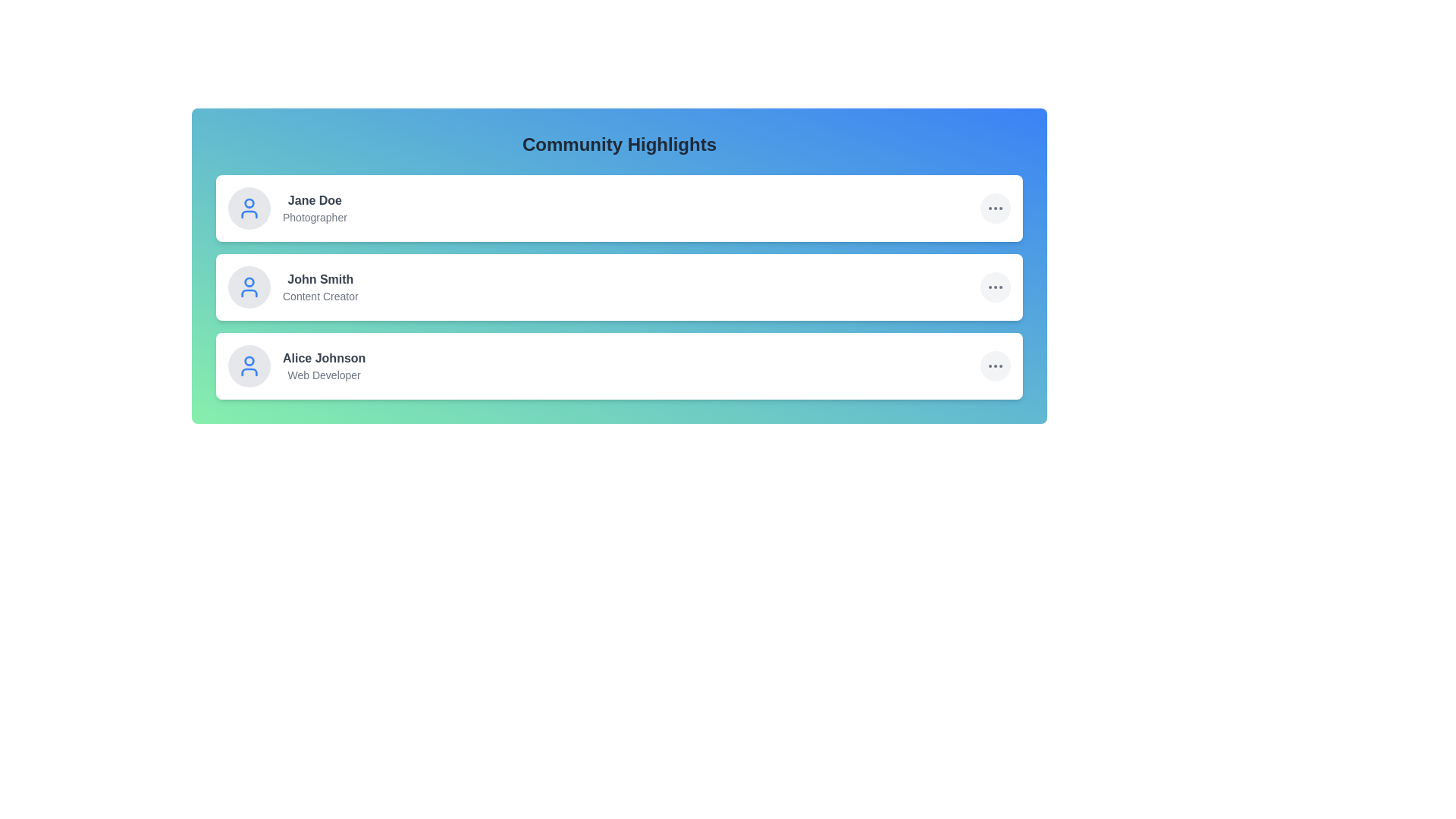  What do you see at coordinates (323, 375) in the screenshot?
I see `text content of the Text Label displaying 'Web Developer', located below 'Alice Johnson' in the Community Highlights section` at bounding box center [323, 375].